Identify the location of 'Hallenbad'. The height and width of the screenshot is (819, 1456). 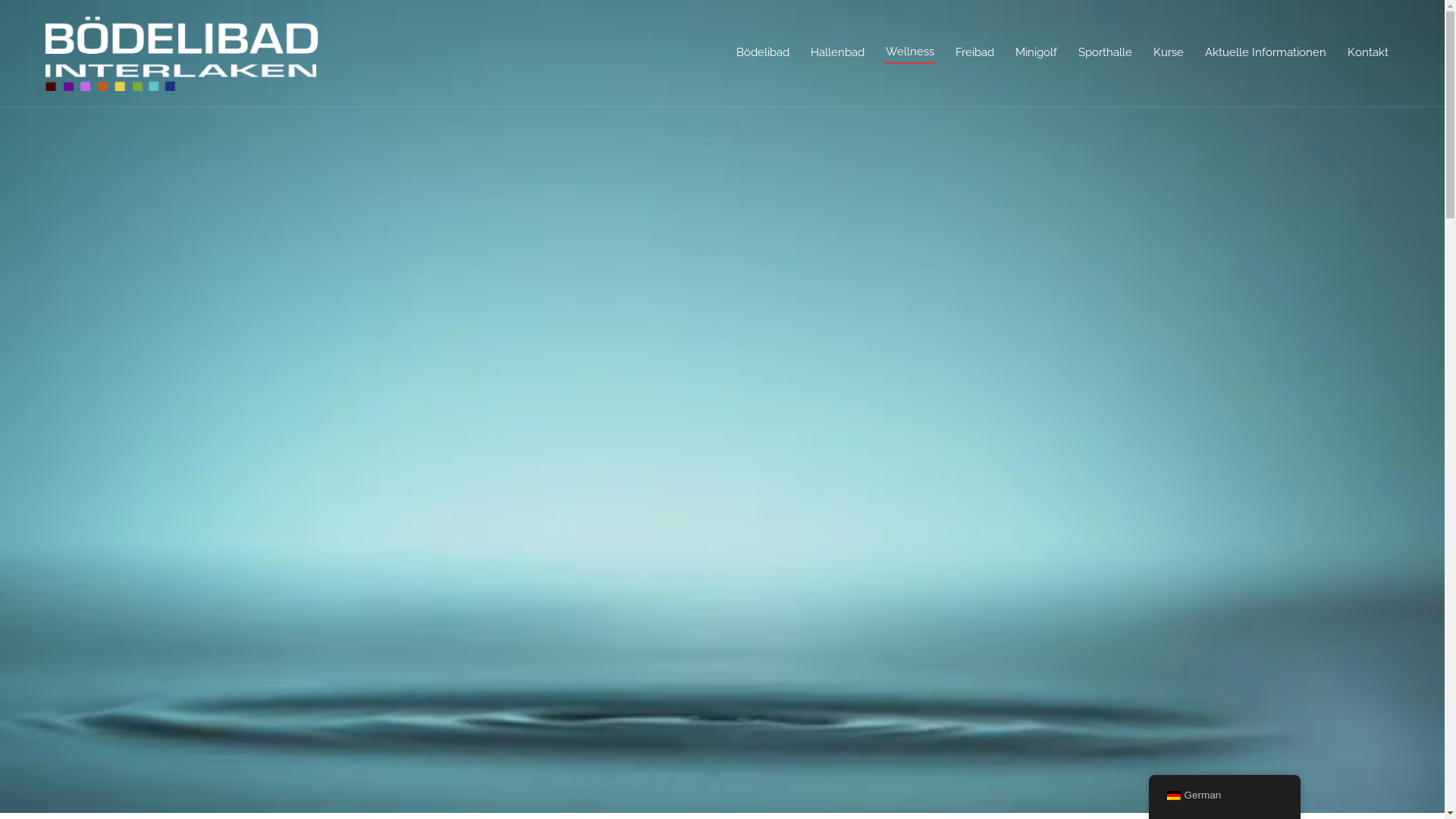
(836, 52).